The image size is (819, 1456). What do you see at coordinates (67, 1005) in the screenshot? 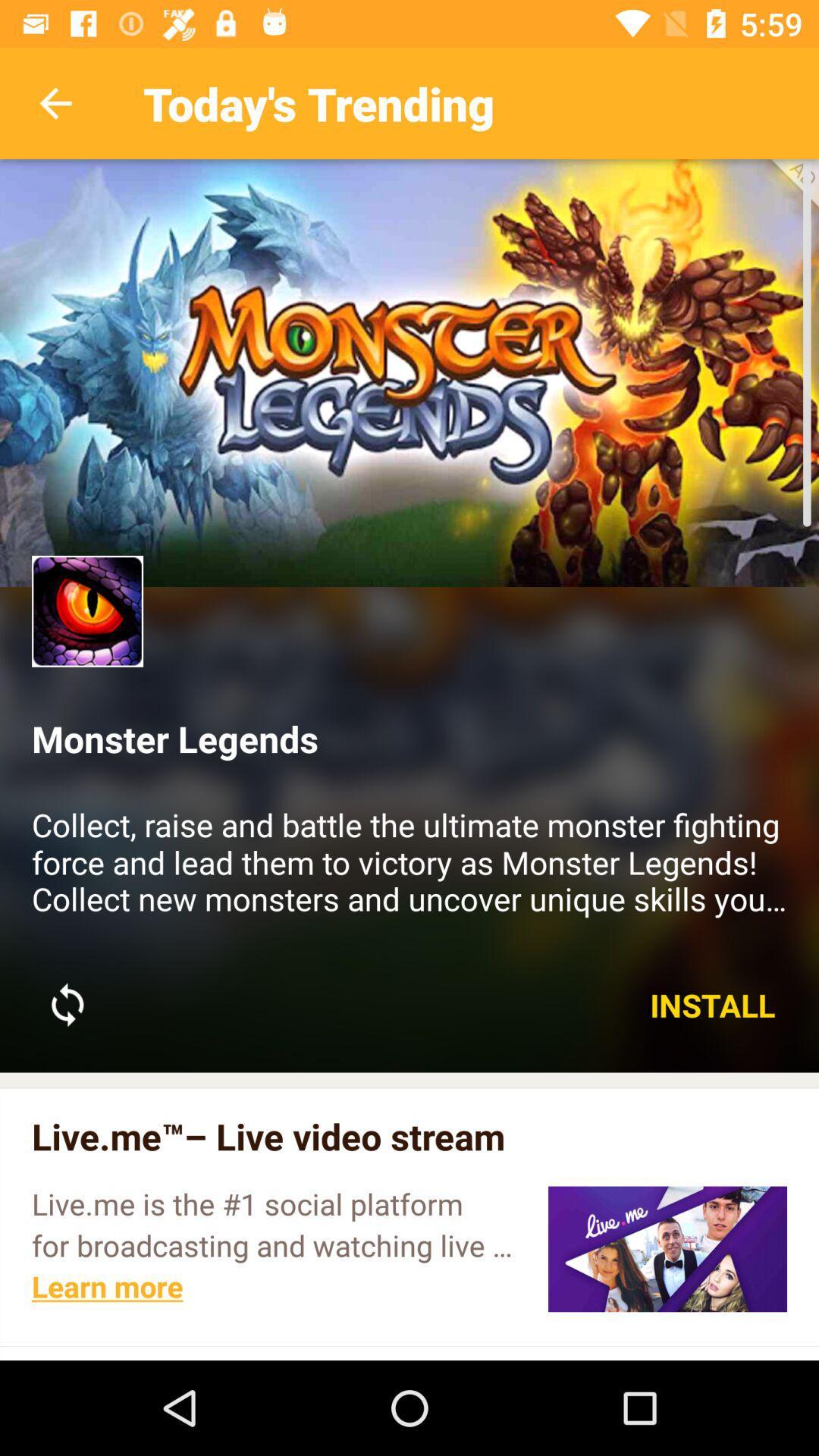
I see `refresh the trending apps` at bounding box center [67, 1005].